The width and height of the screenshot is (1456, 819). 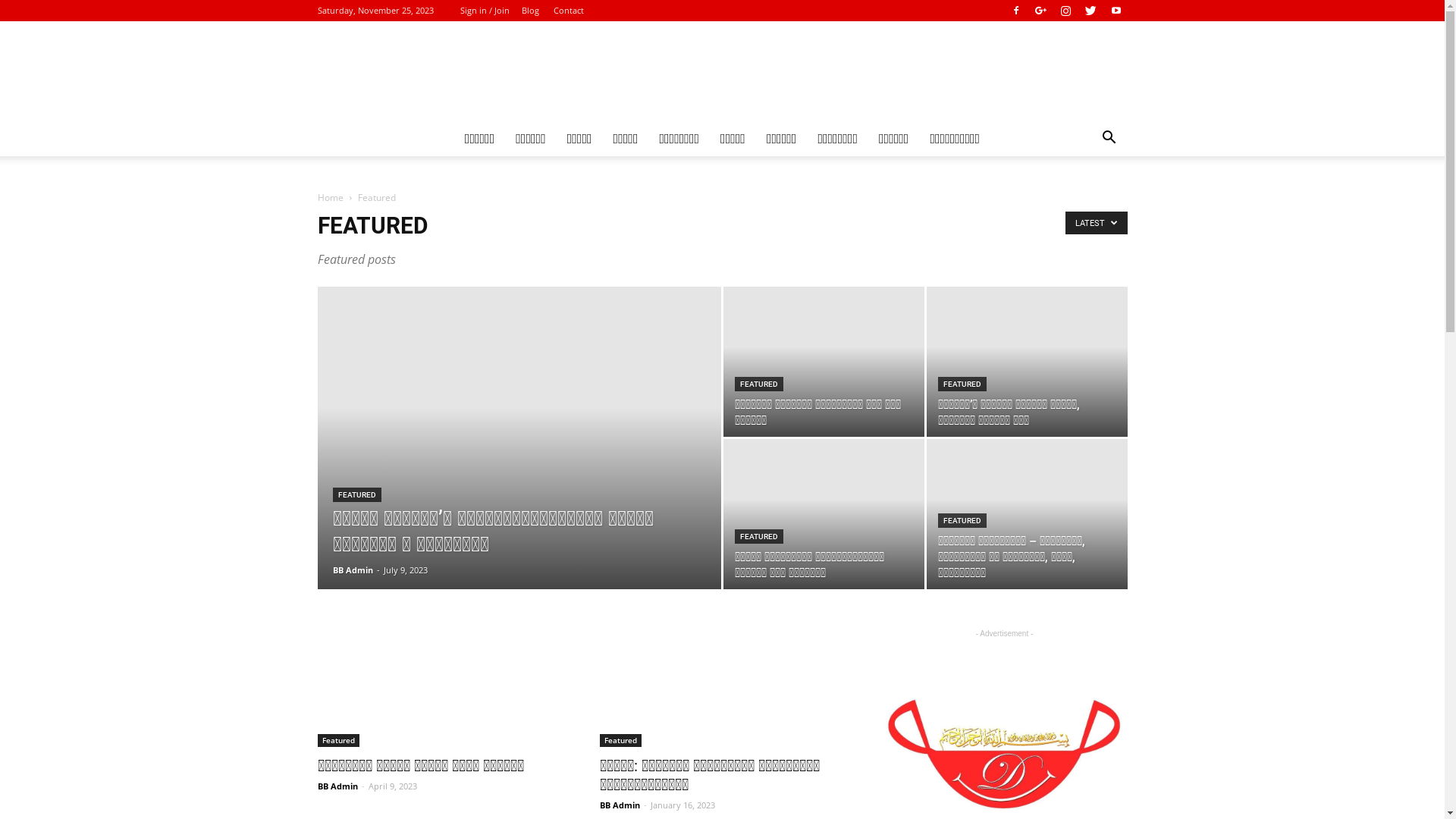 I want to click on 'Instagram', so click(x=1065, y=11).